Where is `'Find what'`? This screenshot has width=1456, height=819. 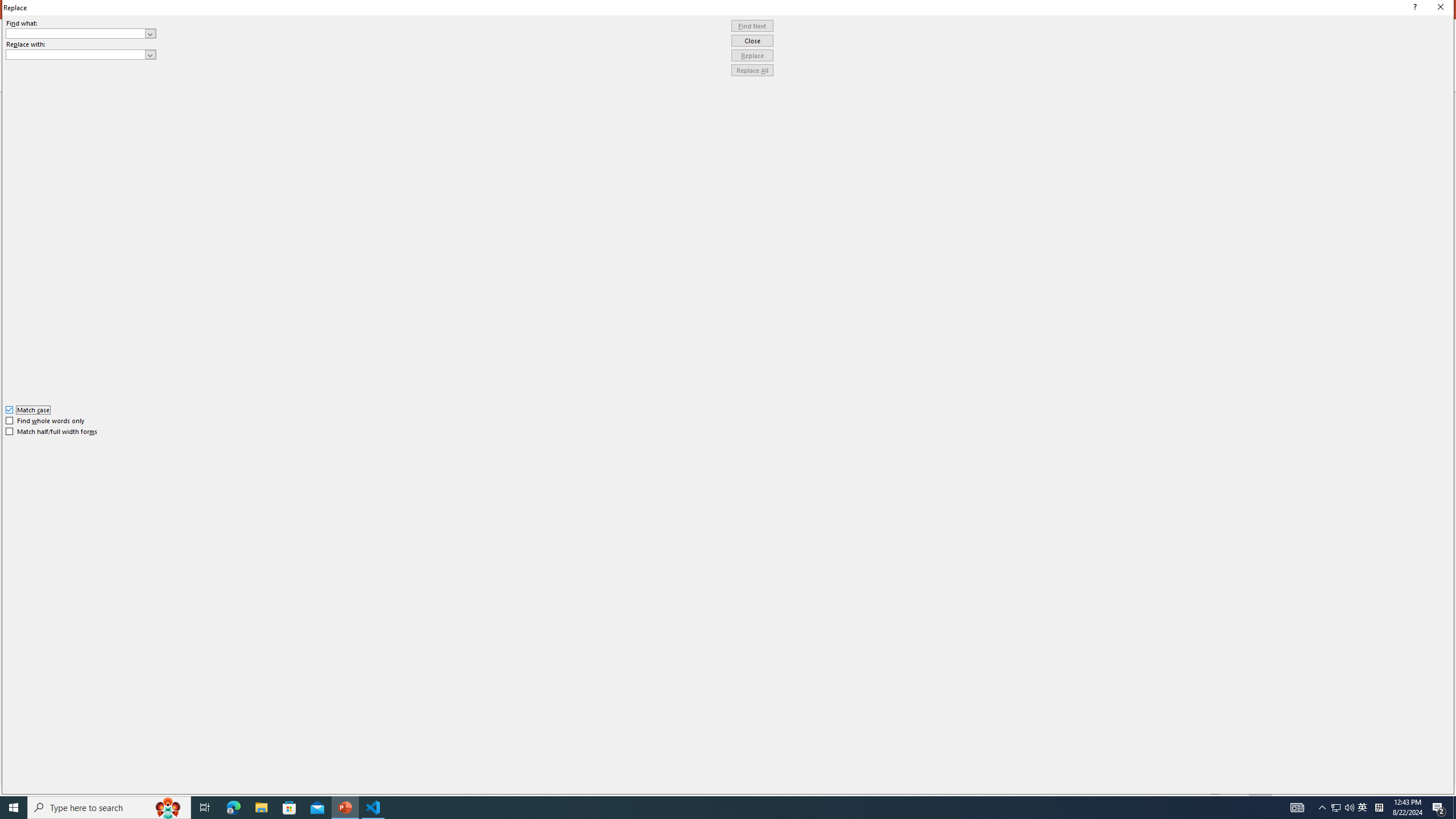 'Find what' is located at coordinates (81, 33).